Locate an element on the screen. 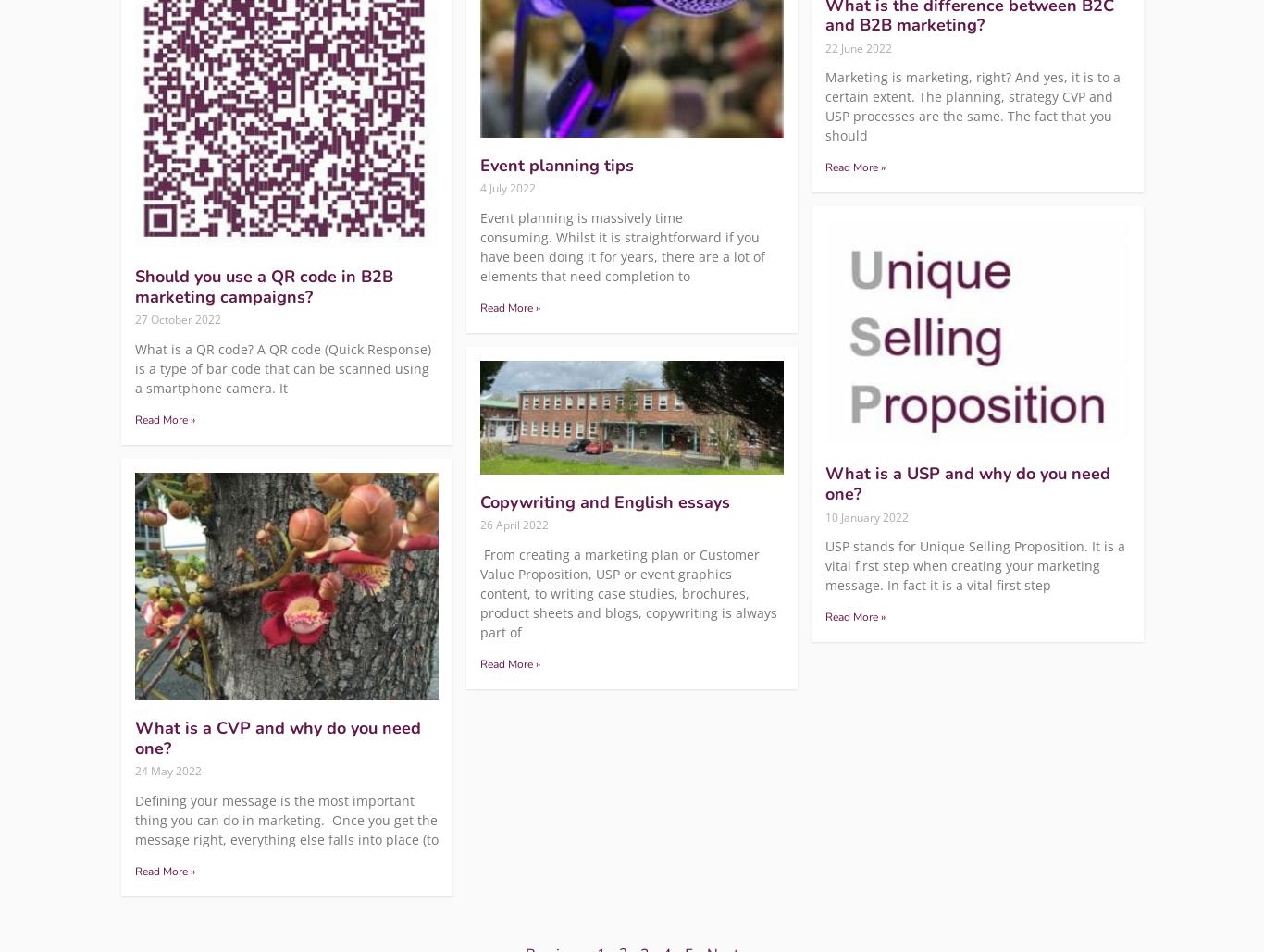 The height and width of the screenshot is (952, 1264). '26 April 2022' is located at coordinates (478, 524).